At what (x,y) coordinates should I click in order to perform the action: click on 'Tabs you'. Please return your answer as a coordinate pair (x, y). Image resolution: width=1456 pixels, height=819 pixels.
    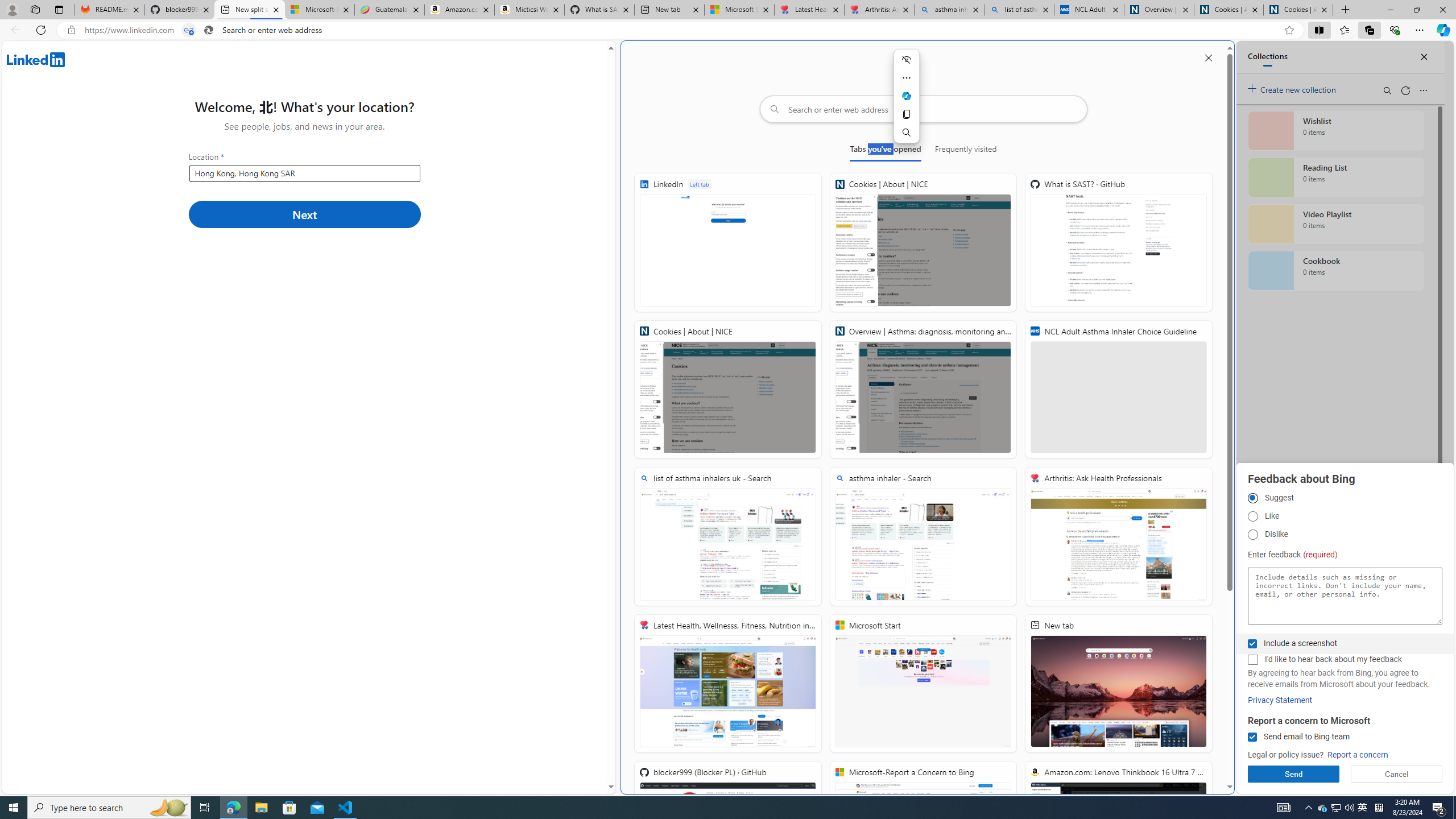
    Looking at the image, I should click on (886, 151).